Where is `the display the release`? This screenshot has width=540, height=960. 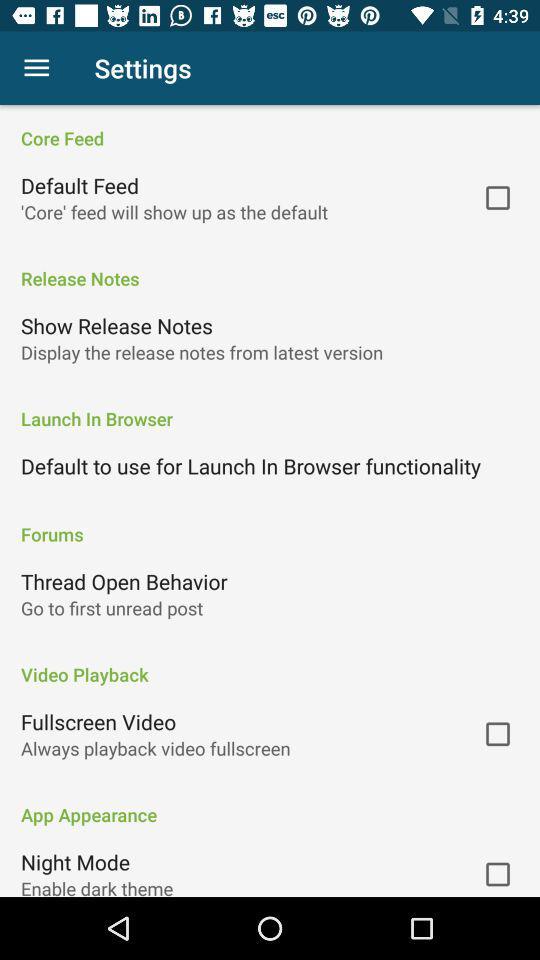
the display the release is located at coordinates (202, 352).